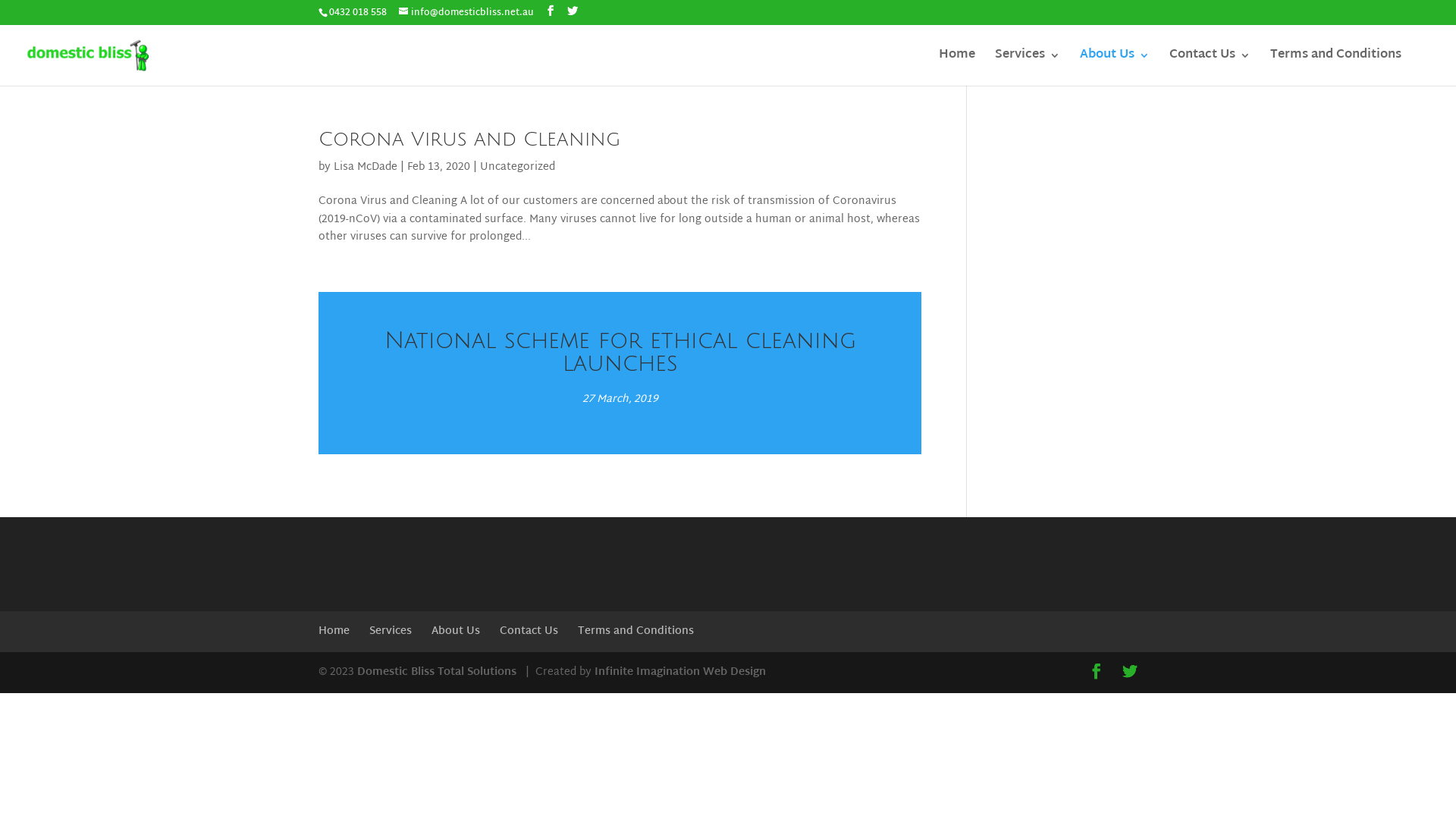 This screenshot has width=1456, height=819. What do you see at coordinates (1335, 67) in the screenshot?
I see `'Terms and Conditions'` at bounding box center [1335, 67].